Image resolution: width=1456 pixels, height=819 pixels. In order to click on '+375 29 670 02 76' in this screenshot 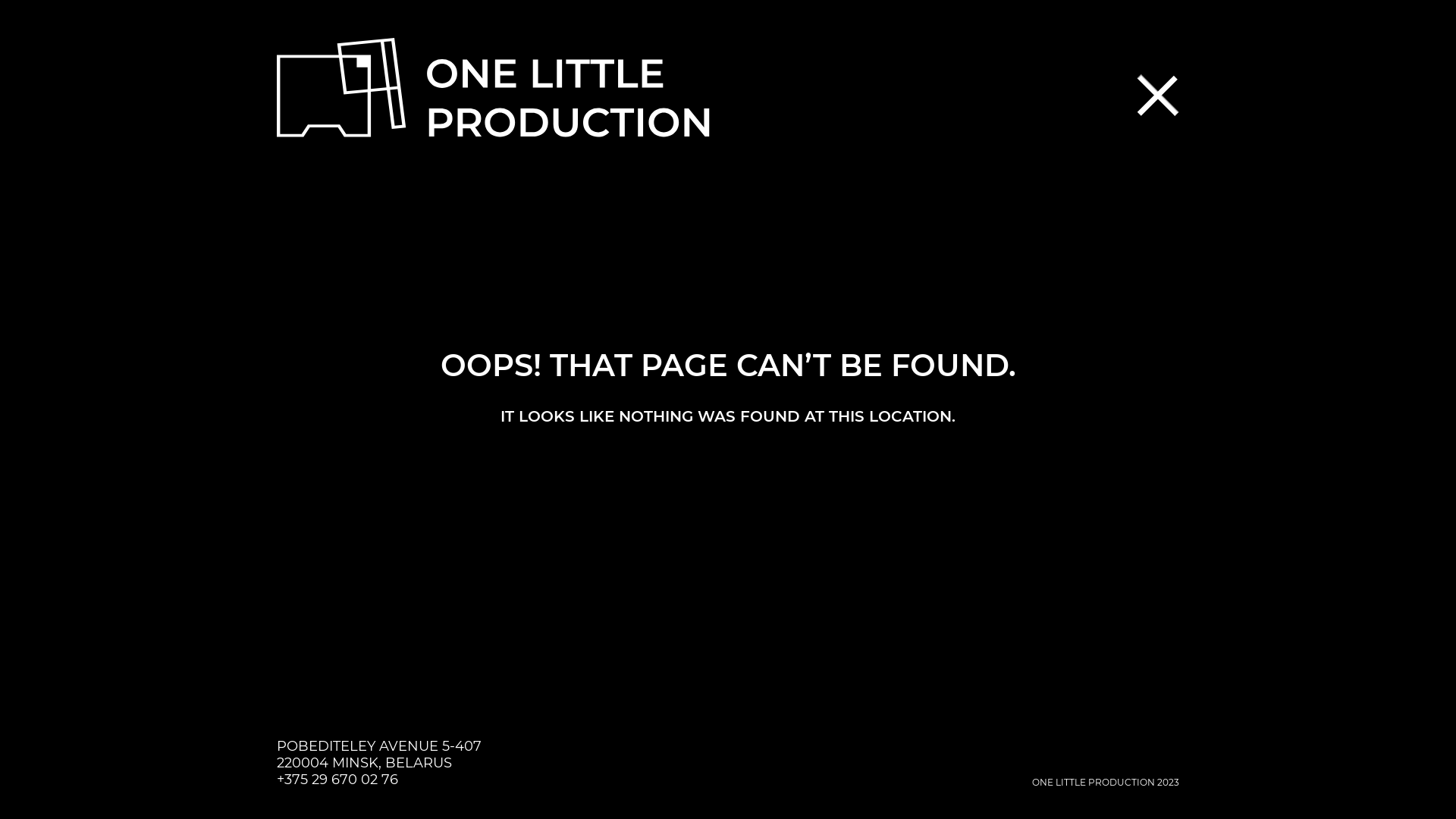, I will do `click(337, 780)`.